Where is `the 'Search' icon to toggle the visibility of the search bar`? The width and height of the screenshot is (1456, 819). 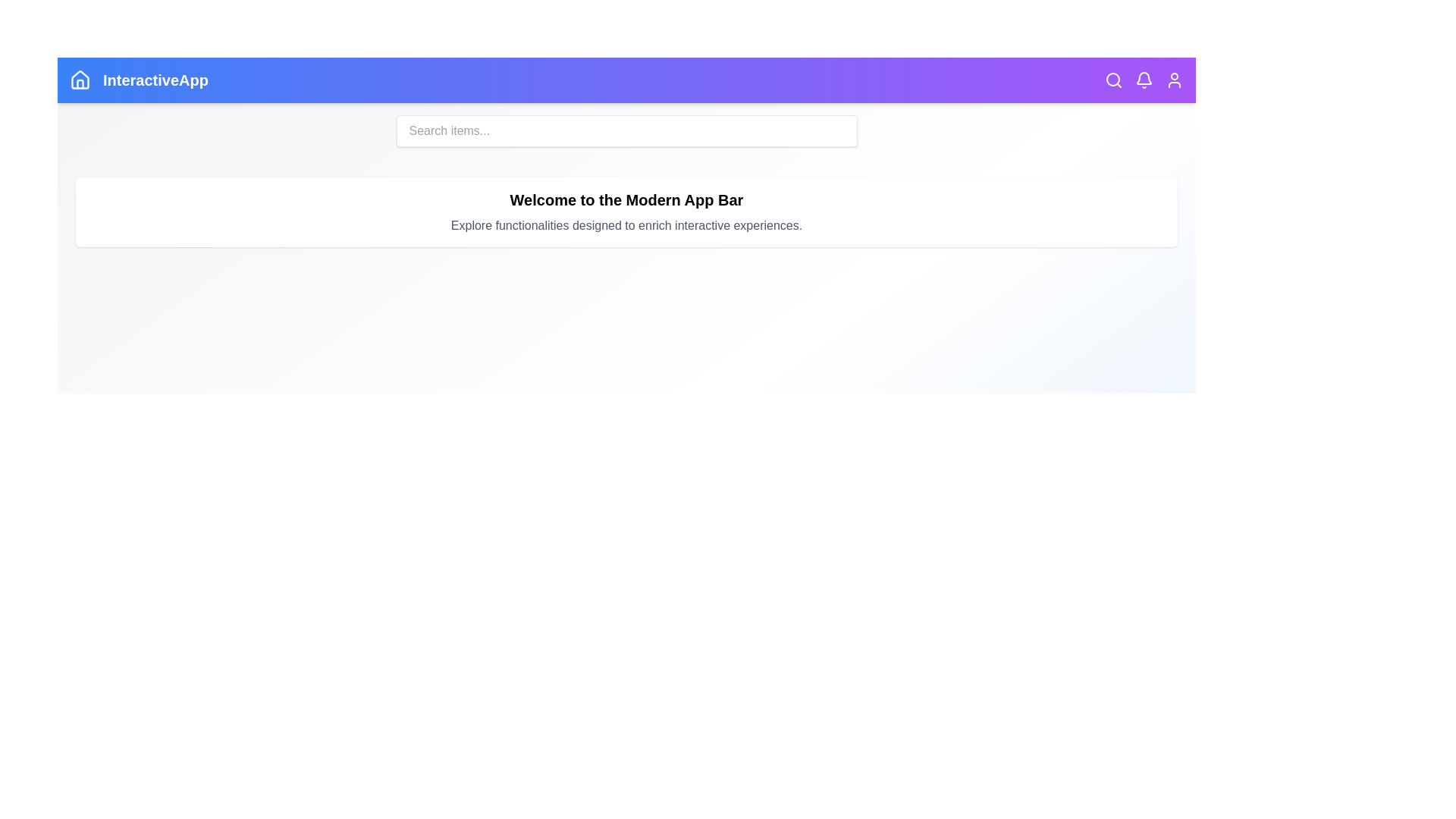 the 'Search' icon to toggle the visibility of the search bar is located at coordinates (1113, 80).